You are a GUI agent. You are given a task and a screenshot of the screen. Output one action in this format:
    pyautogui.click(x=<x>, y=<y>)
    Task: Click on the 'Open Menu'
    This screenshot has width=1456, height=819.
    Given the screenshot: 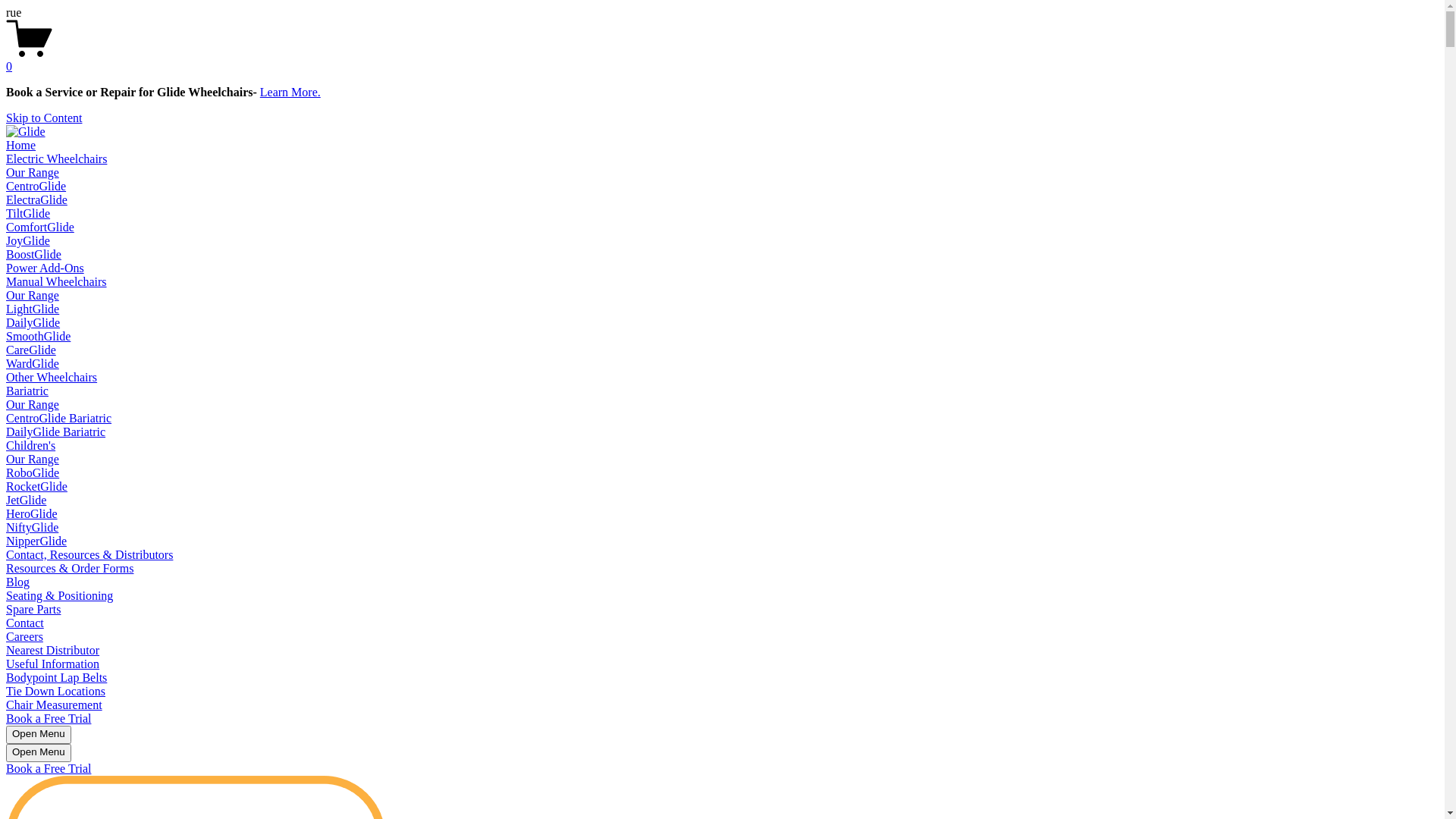 What is the action you would take?
    pyautogui.click(x=39, y=752)
    